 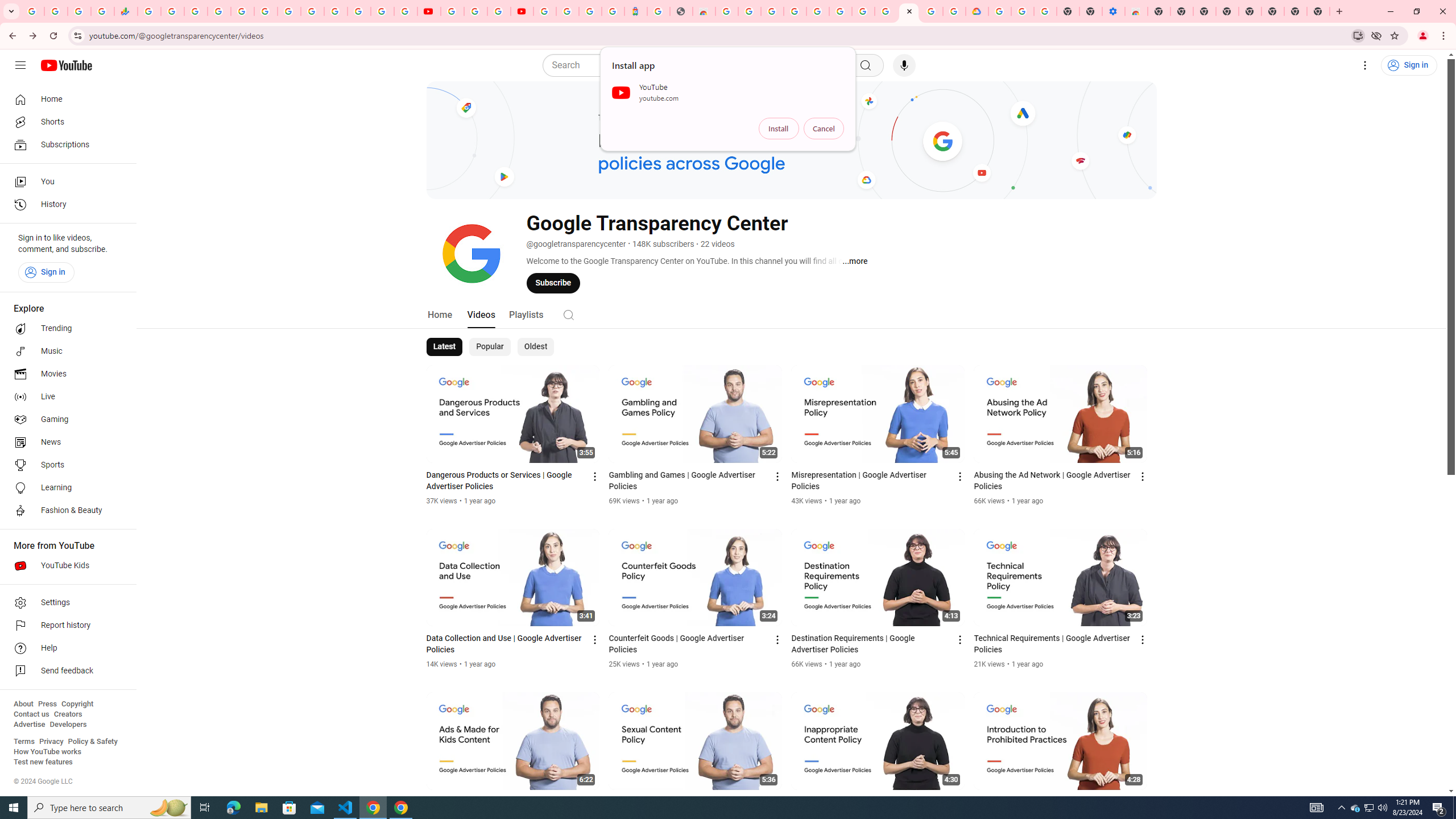 What do you see at coordinates (64, 487) in the screenshot?
I see `'Learning'` at bounding box center [64, 487].